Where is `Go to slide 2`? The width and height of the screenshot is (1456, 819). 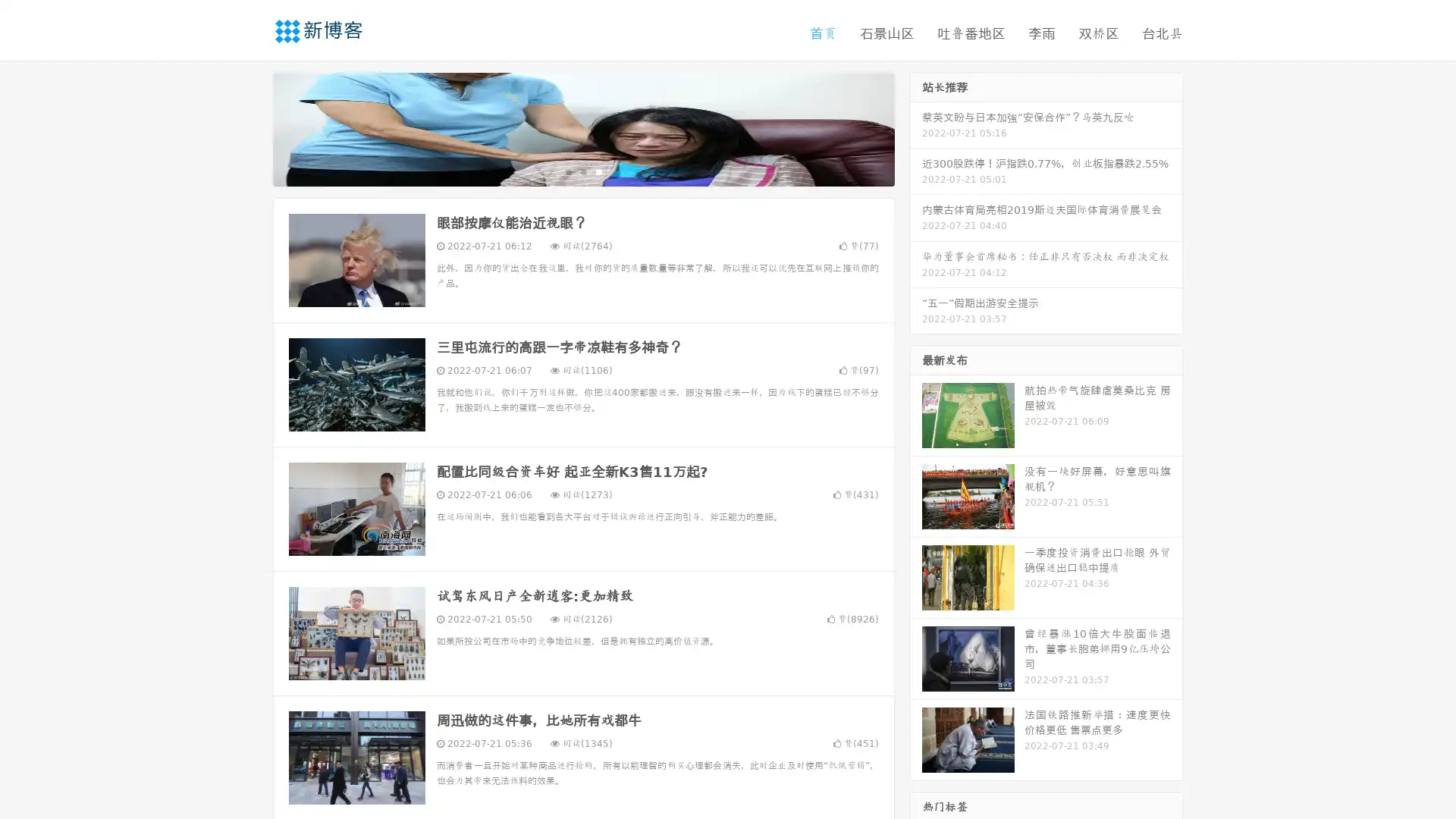 Go to slide 2 is located at coordinates (582, 171).